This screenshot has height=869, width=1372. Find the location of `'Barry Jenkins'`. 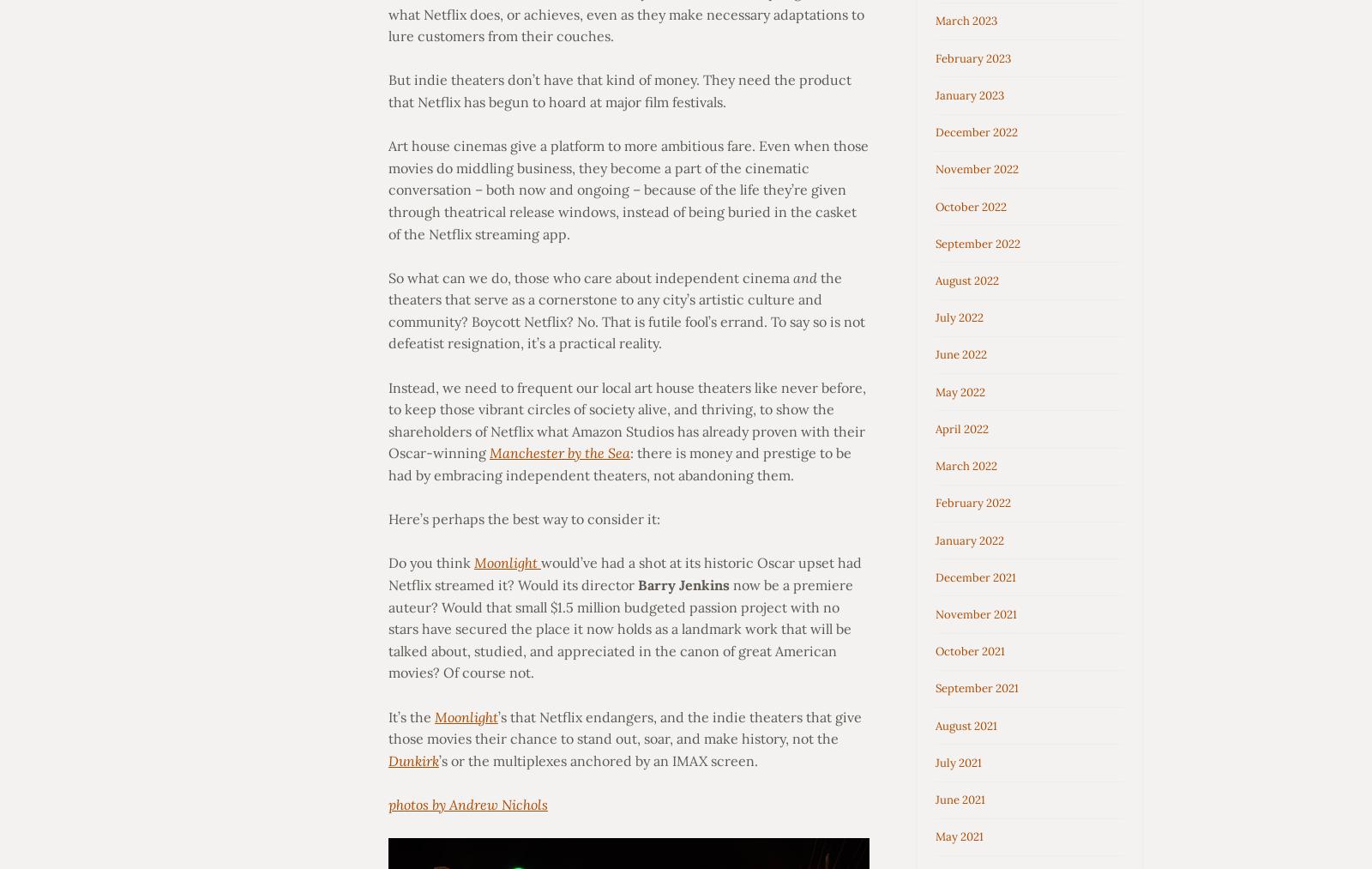

'Barry Jenkins' is located at coordinates (683, 583).